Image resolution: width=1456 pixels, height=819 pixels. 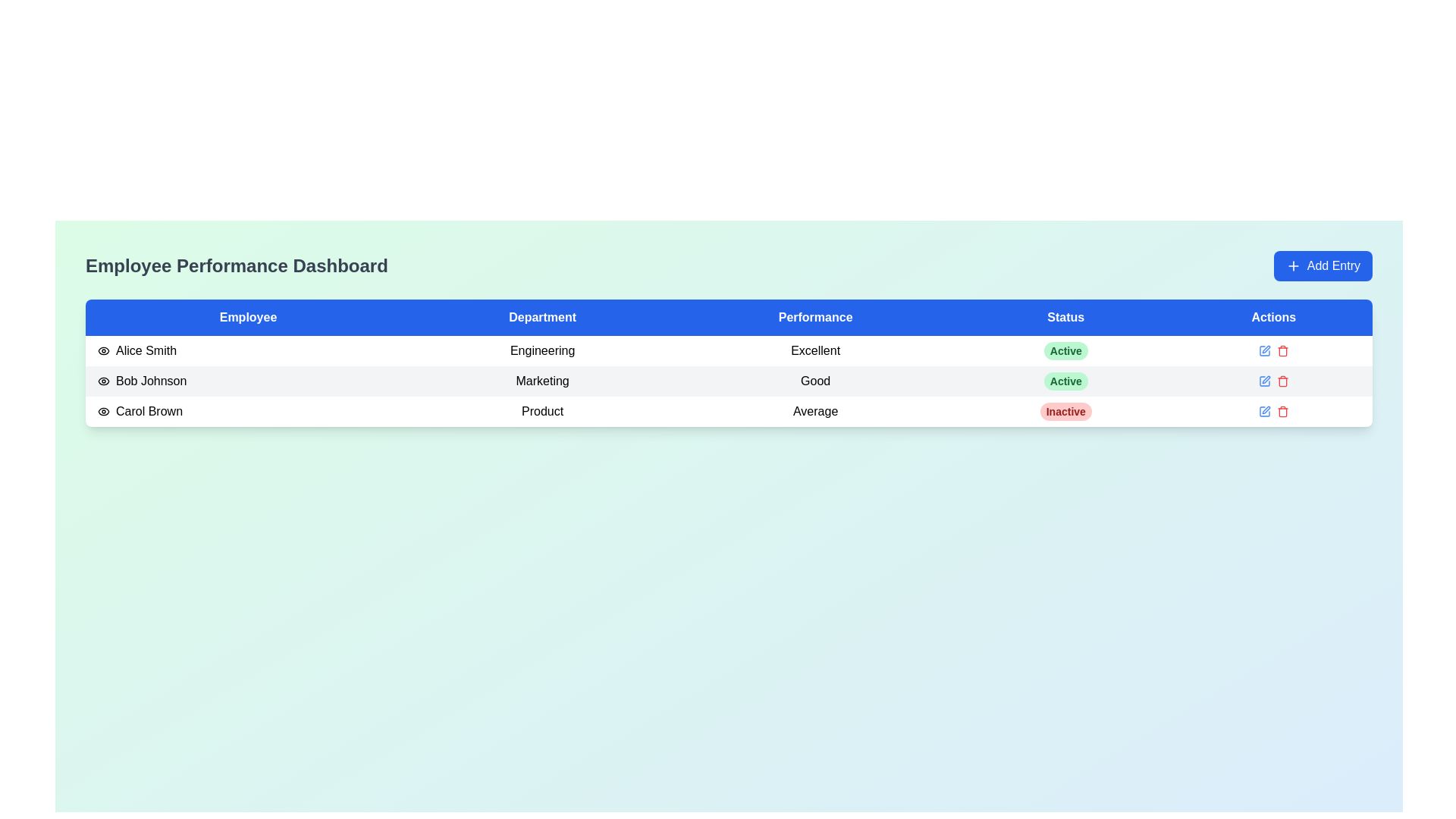 I want to click on the 'Department' text label in the first row of the table, which indicates the department associated with the employee, positioned between 'Alice Smith' and 'Excellent', so click(x=542, y=350).